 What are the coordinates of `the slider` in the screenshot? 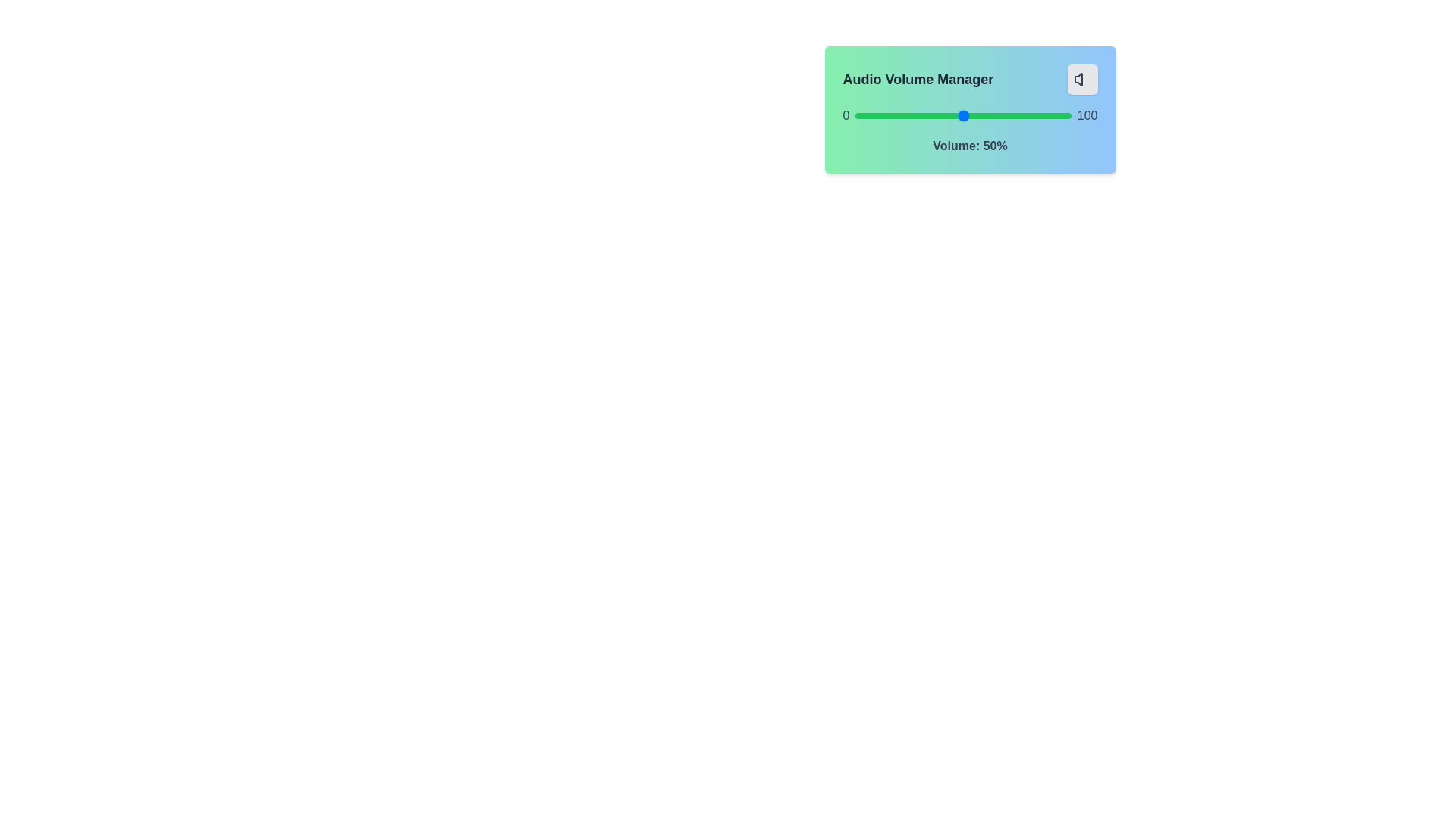 It's located at (911, 115).